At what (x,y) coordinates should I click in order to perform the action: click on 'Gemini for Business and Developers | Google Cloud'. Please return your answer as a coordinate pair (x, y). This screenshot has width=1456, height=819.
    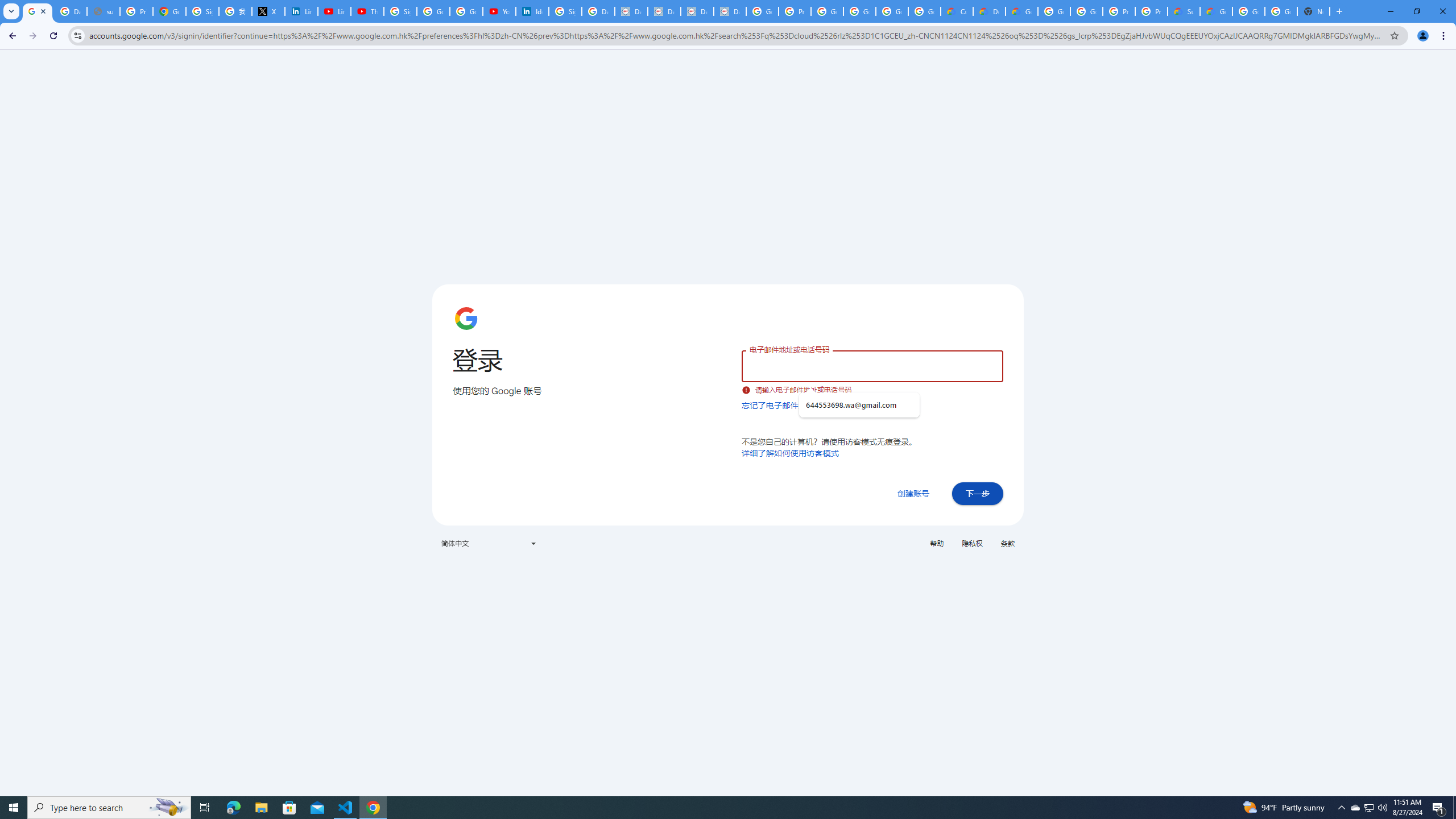
    Looking at the image, I should click on (1020, 11).